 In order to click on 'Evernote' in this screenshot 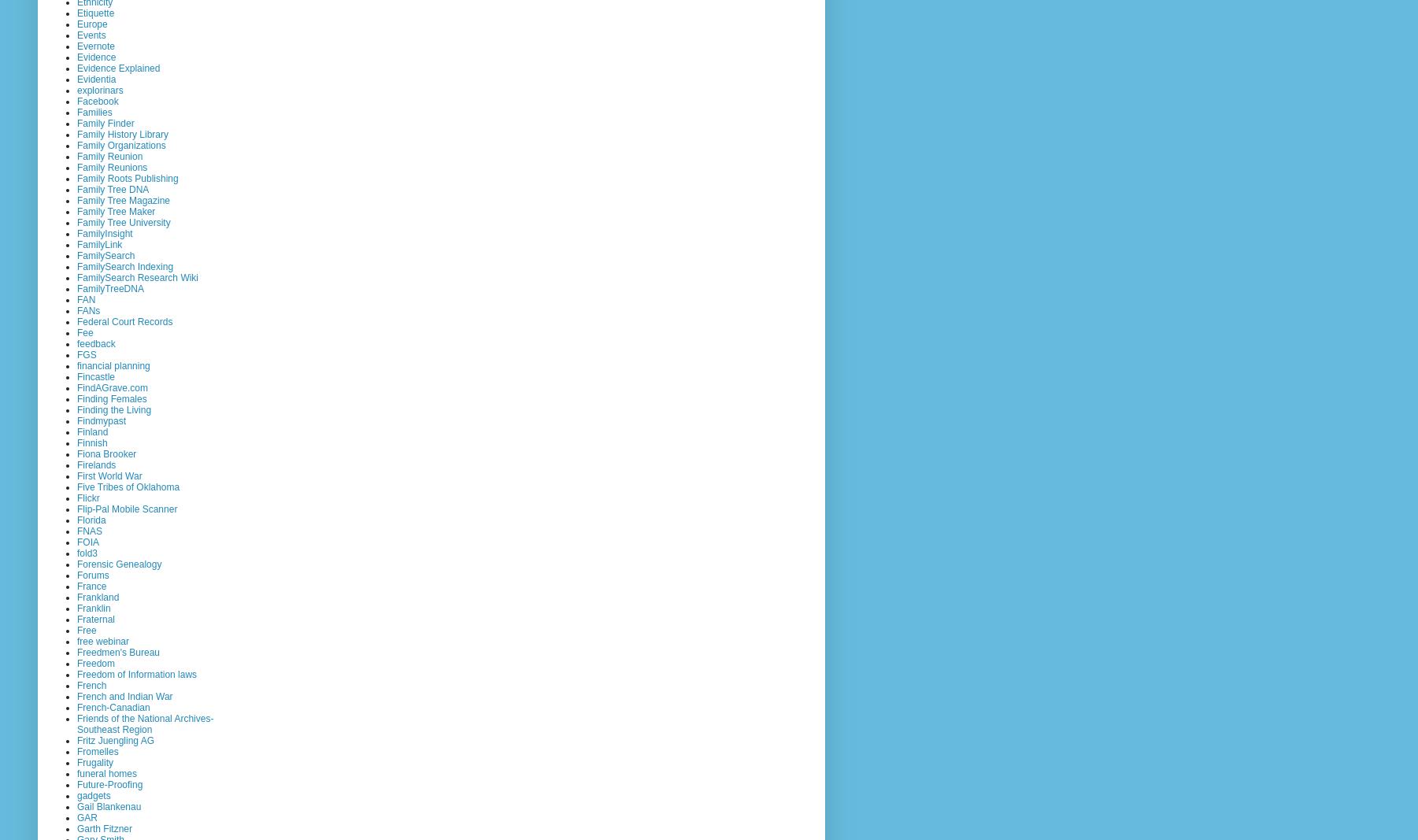, I will do `click(95, 45)`.